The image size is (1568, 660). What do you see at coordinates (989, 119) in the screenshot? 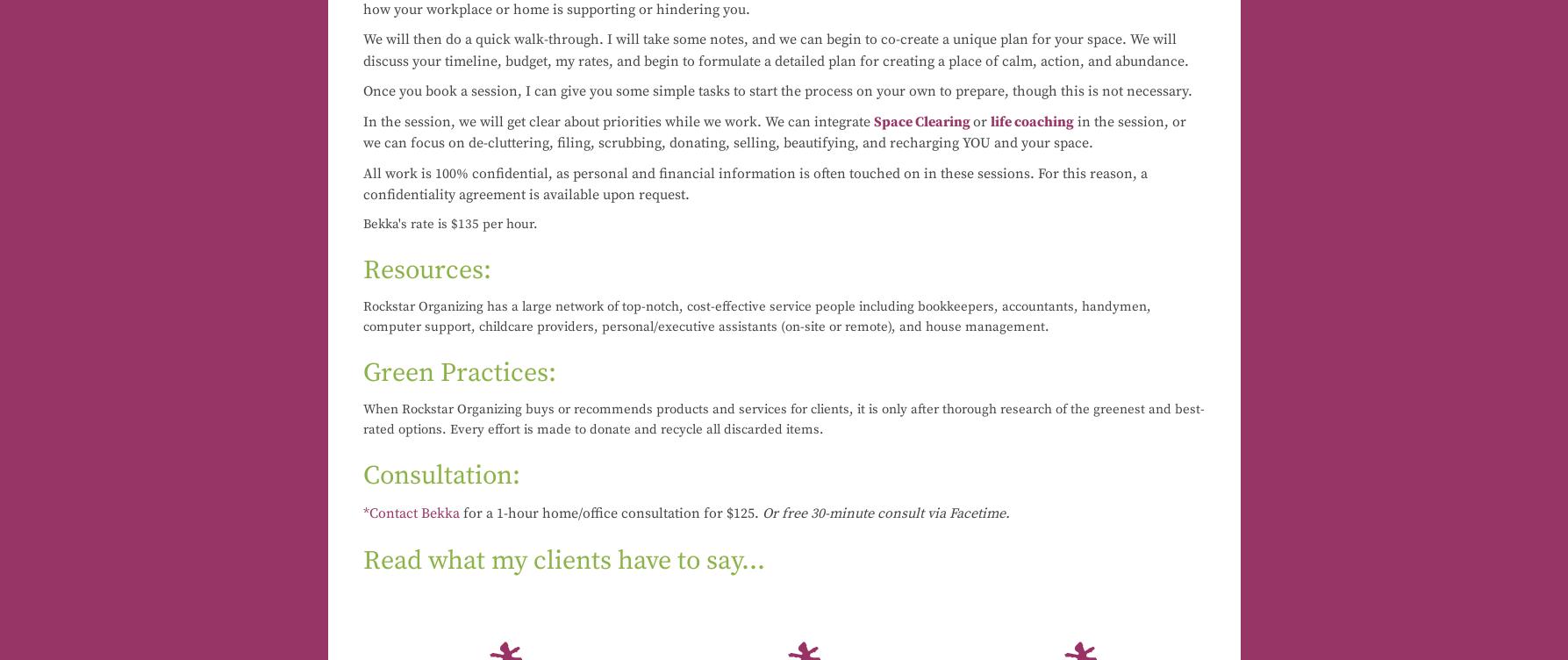
I see `'life coaching'` at bounding box center [989, 119].